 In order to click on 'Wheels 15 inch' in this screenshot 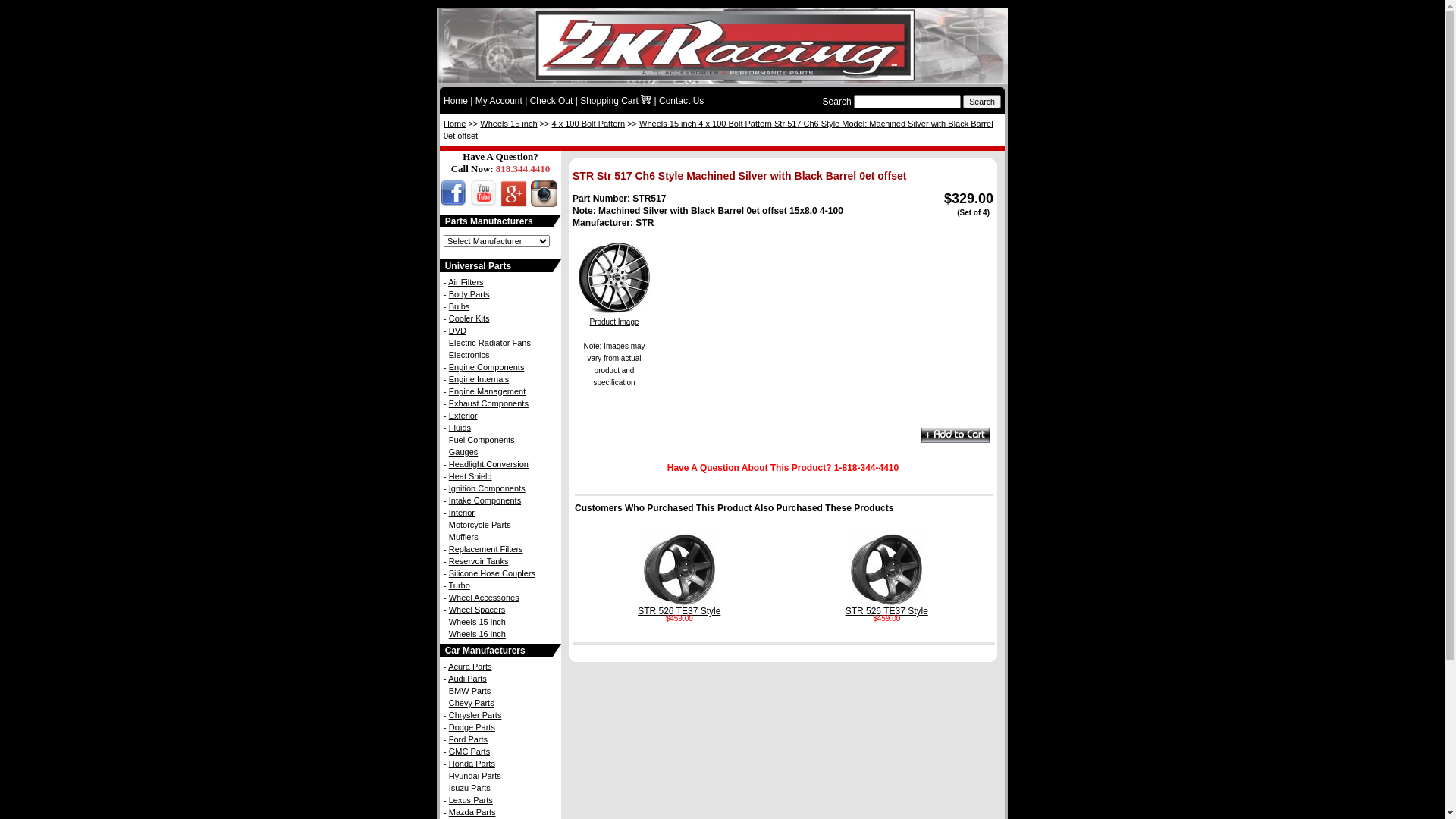, I will do `click(479, 122)`.